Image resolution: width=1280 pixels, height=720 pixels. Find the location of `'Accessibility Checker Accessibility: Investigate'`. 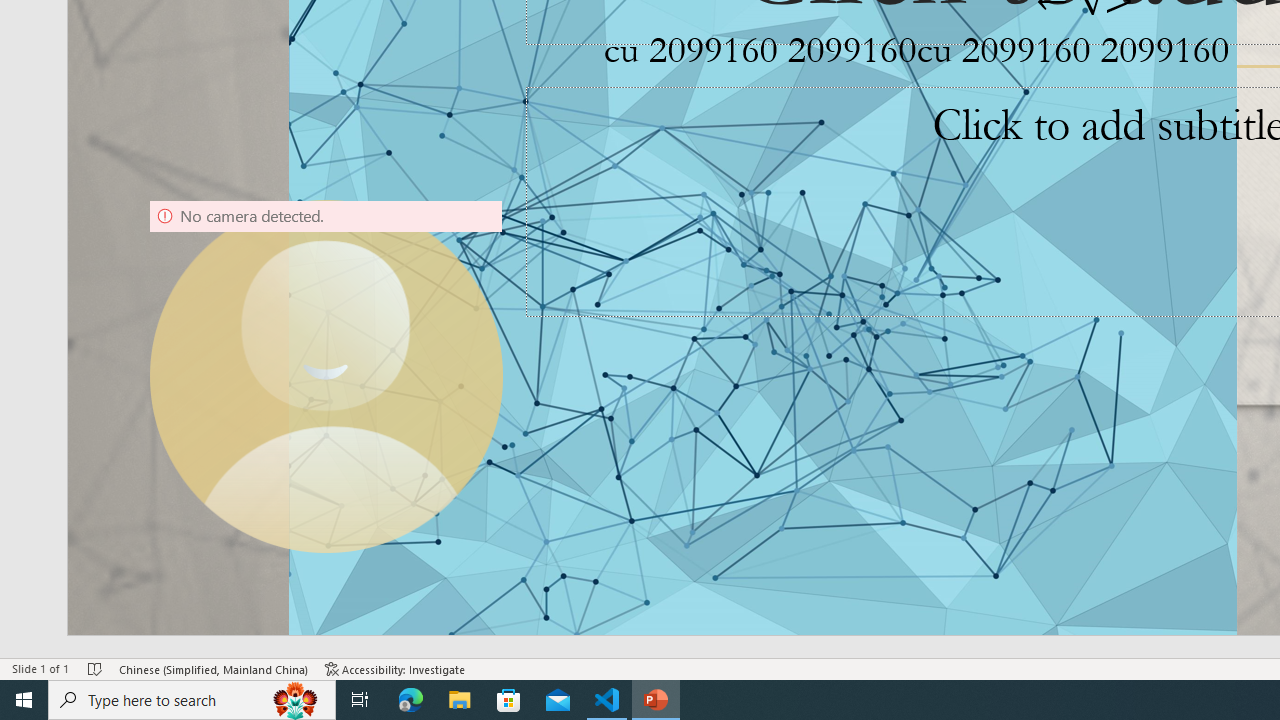

'Accessibility Checker Accessibility: Investigate' is located at coordinates (395, 669).